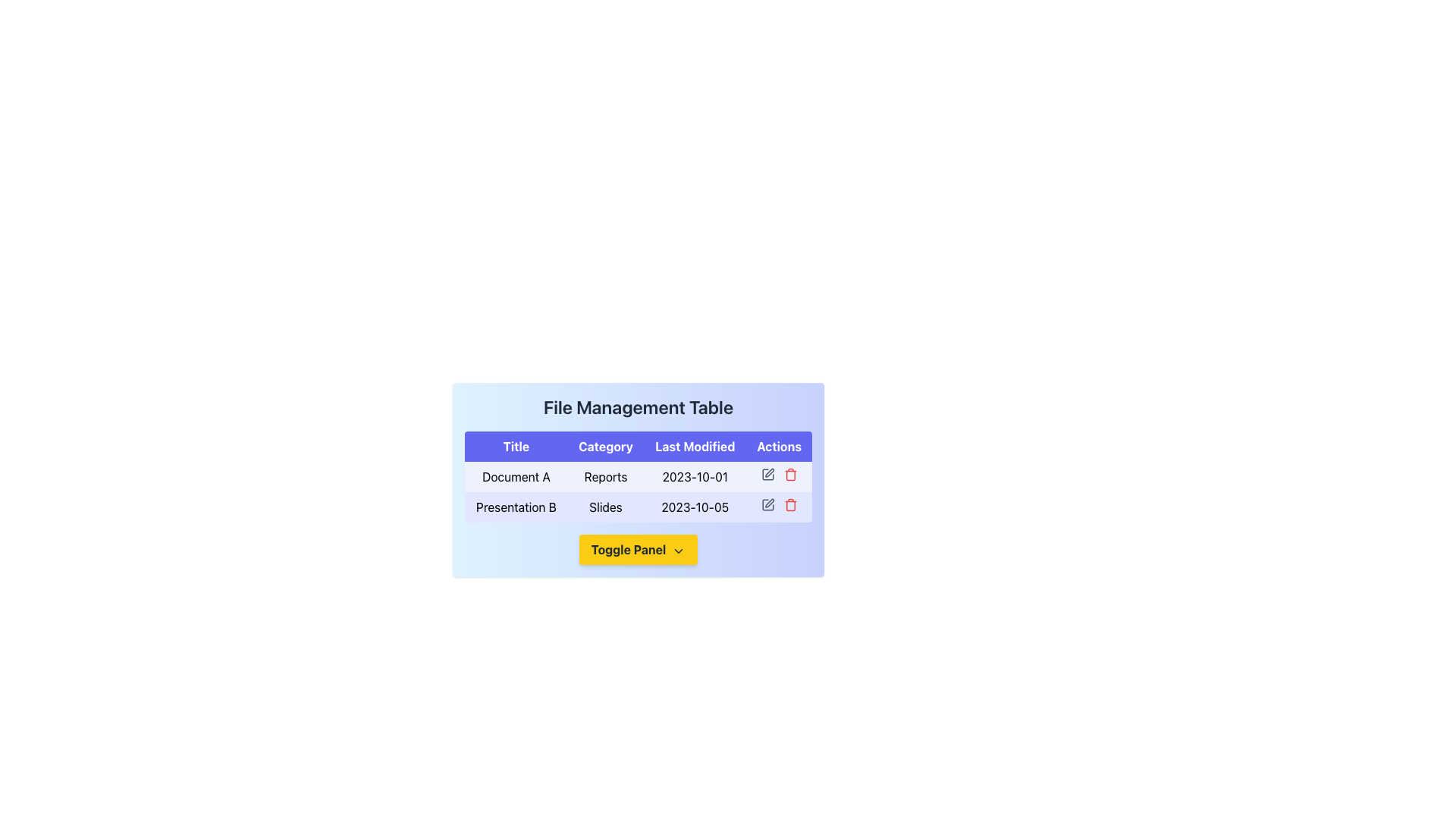 This screenshot has width=1456, height=819. What do you see at coordinates (678, 551) in the screenshot?
I see `the downward-pointing chevron icon located to the right of the 'Toggle Panel' button` at bounding box center [678, 551].